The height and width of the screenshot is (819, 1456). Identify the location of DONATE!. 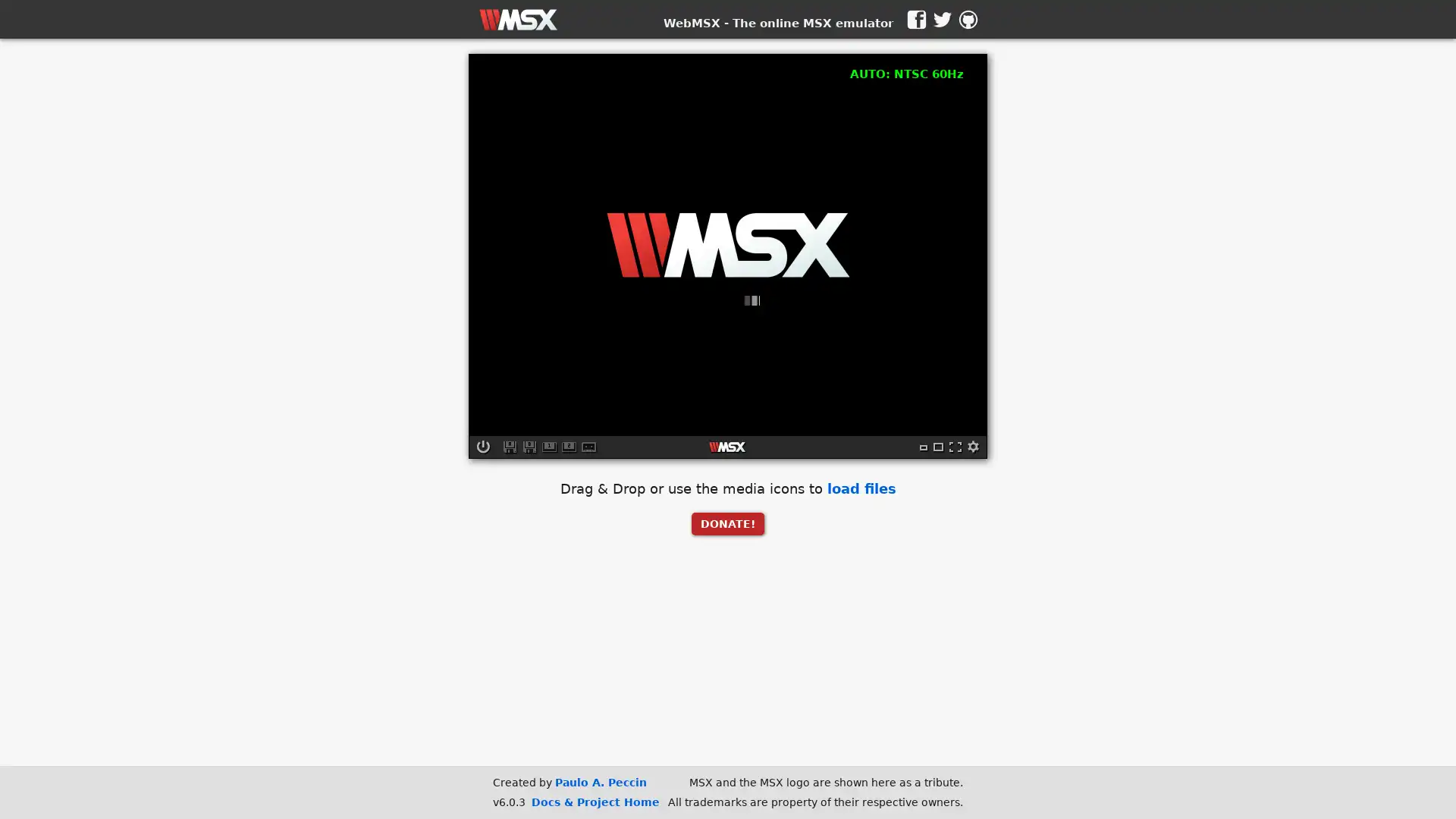
(728, 522).